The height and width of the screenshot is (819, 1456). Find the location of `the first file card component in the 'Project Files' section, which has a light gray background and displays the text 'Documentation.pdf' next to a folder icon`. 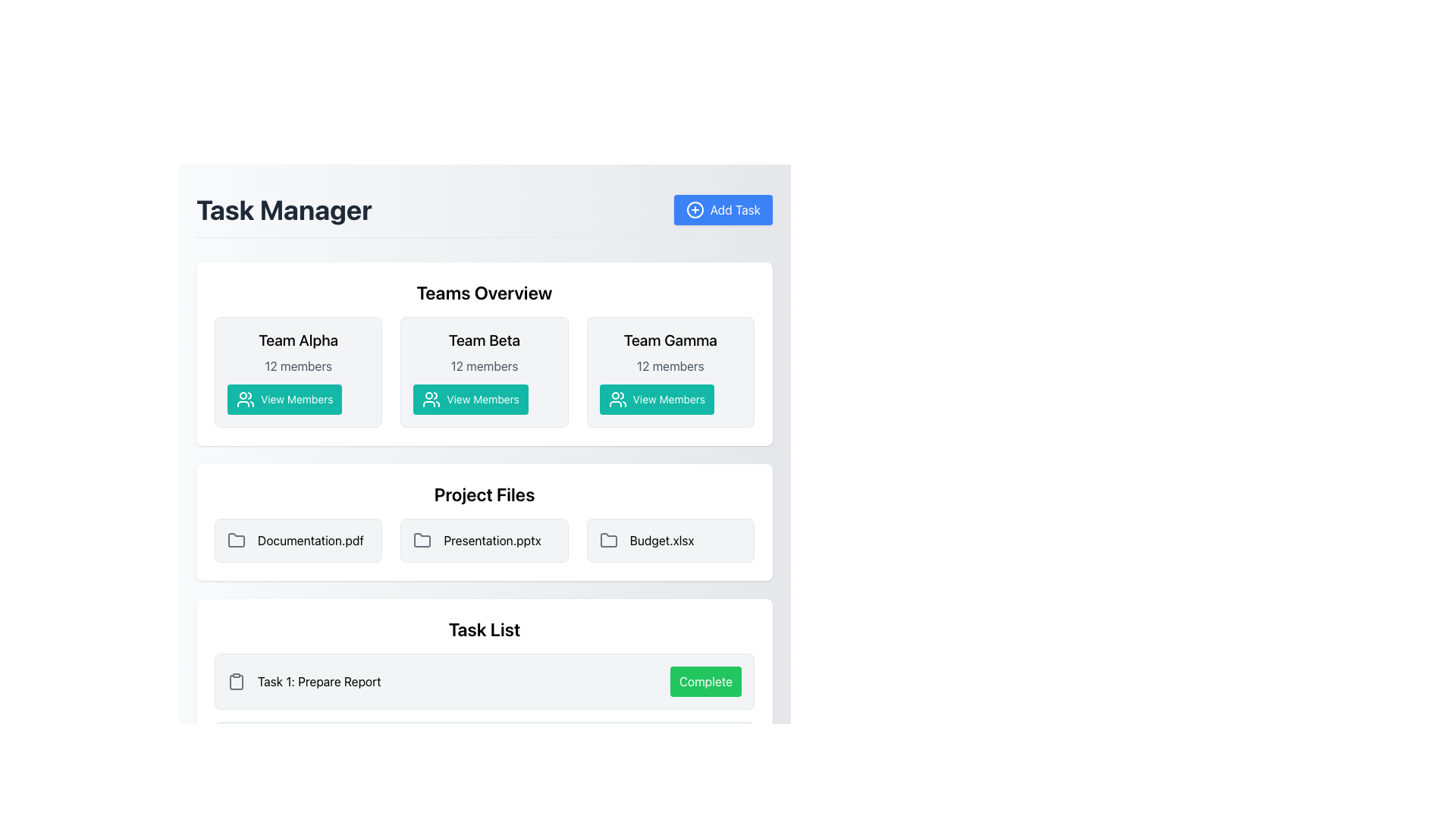

the first file card component in the 'Project Files' section, which has a light gray background and displays the text 'Documentation.pdf' next to a folder icon is located at coordinates (298, 540).